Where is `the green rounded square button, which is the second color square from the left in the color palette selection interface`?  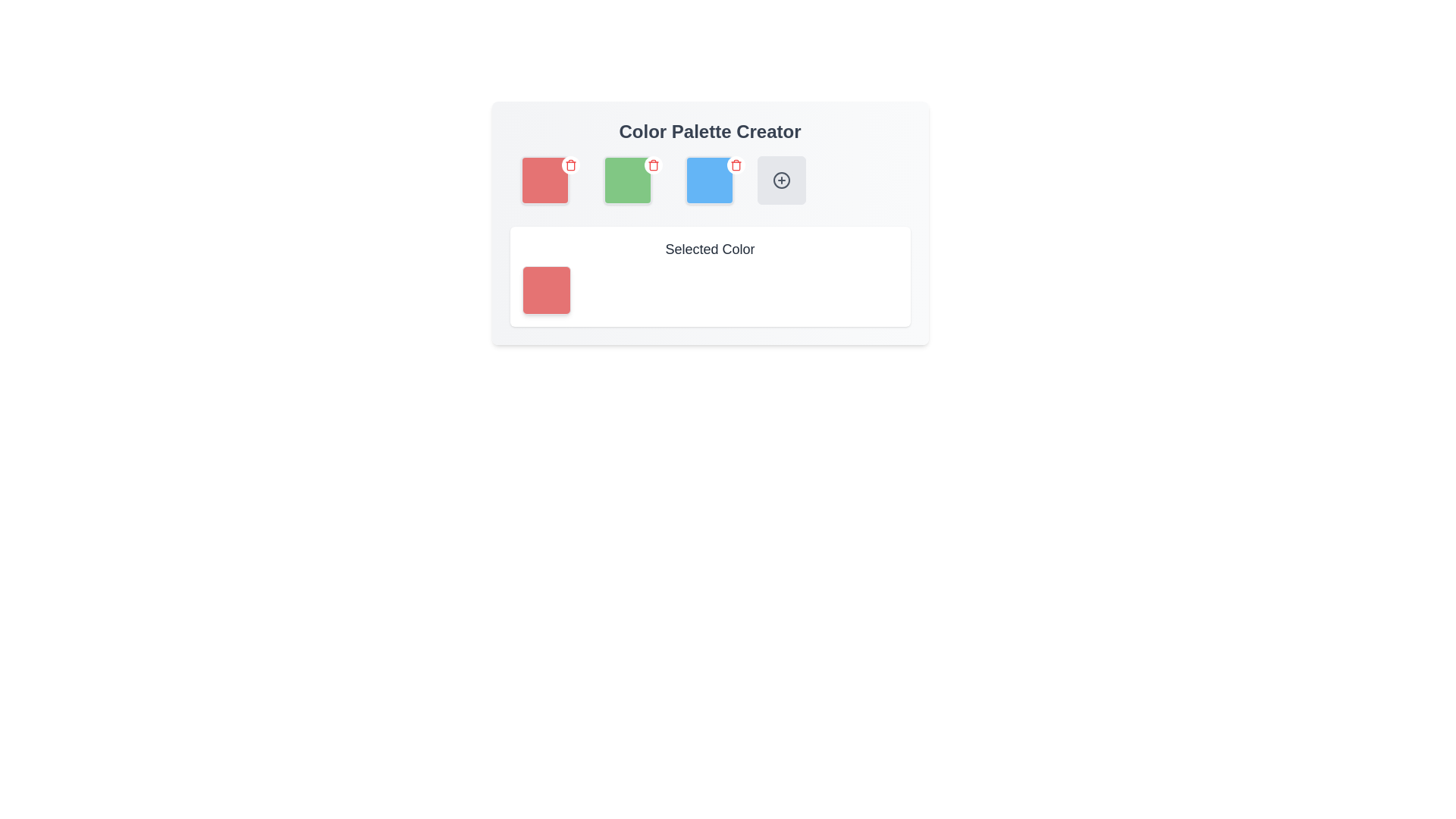
the green rounded square button, which is the second color square from the left in the color palette selection interface is located at coordinates (627, 180).